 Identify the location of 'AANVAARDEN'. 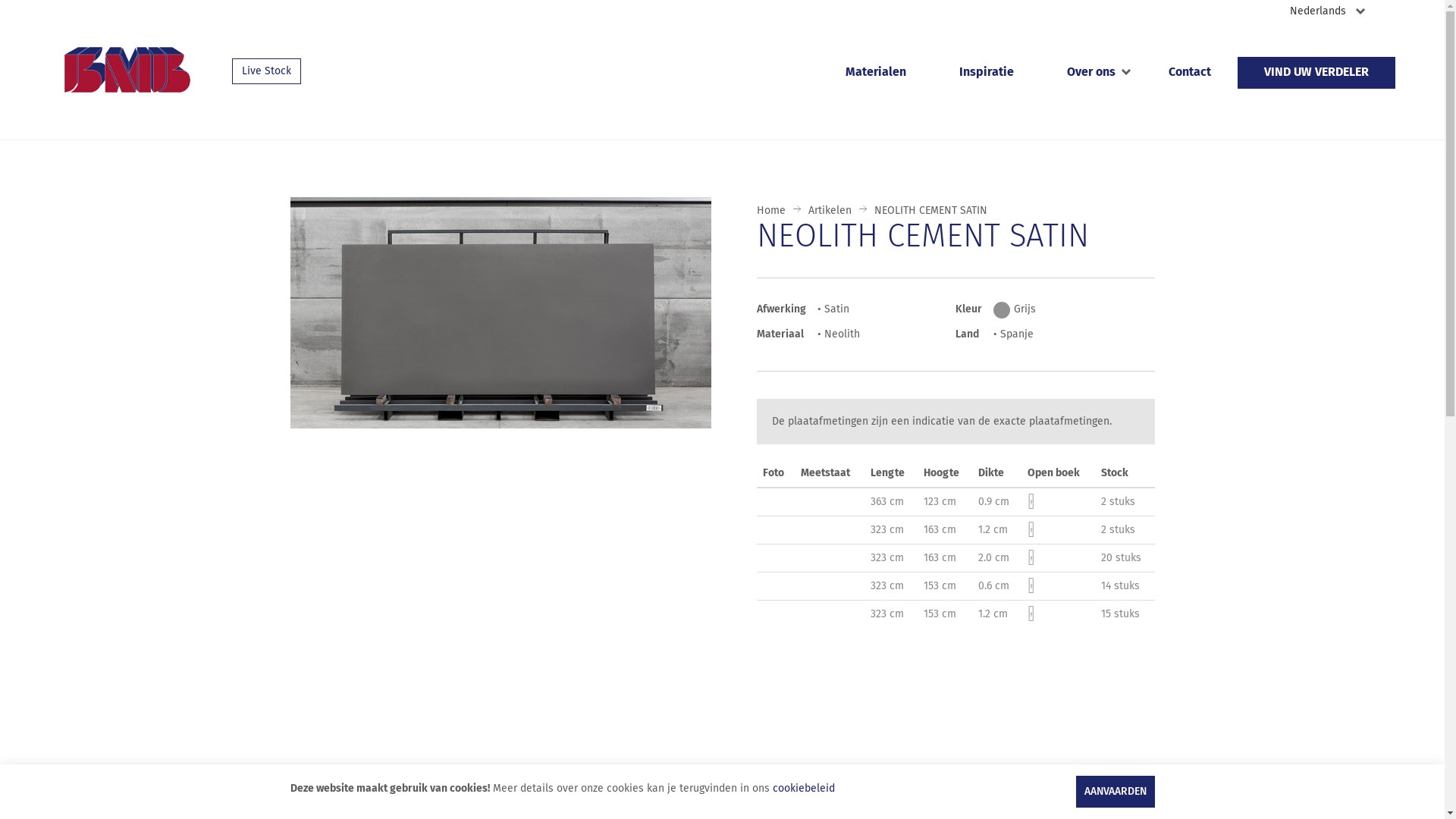
(1074, 791).